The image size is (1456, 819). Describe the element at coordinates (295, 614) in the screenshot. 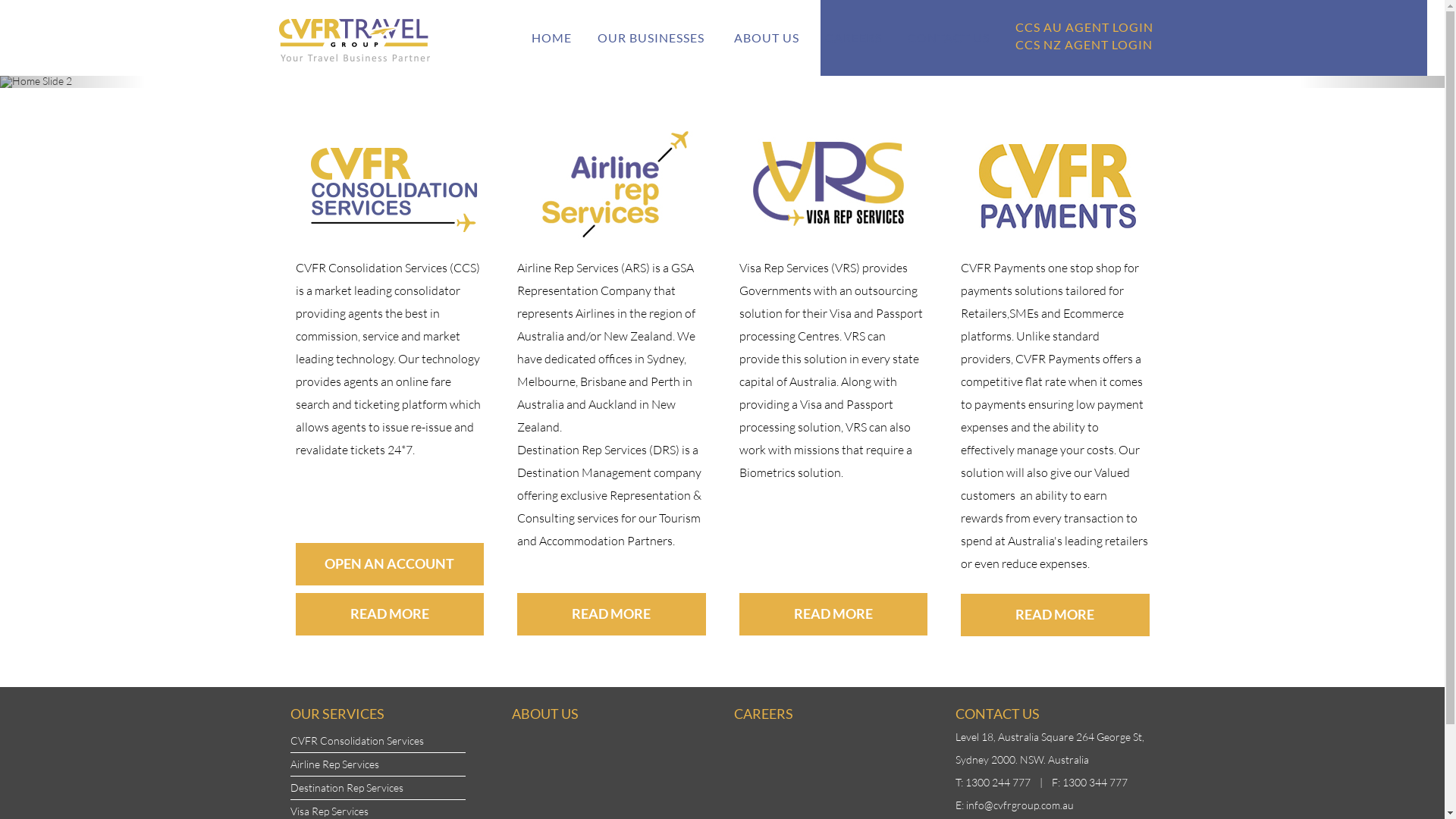

I see `'READ MORE'` at that location.